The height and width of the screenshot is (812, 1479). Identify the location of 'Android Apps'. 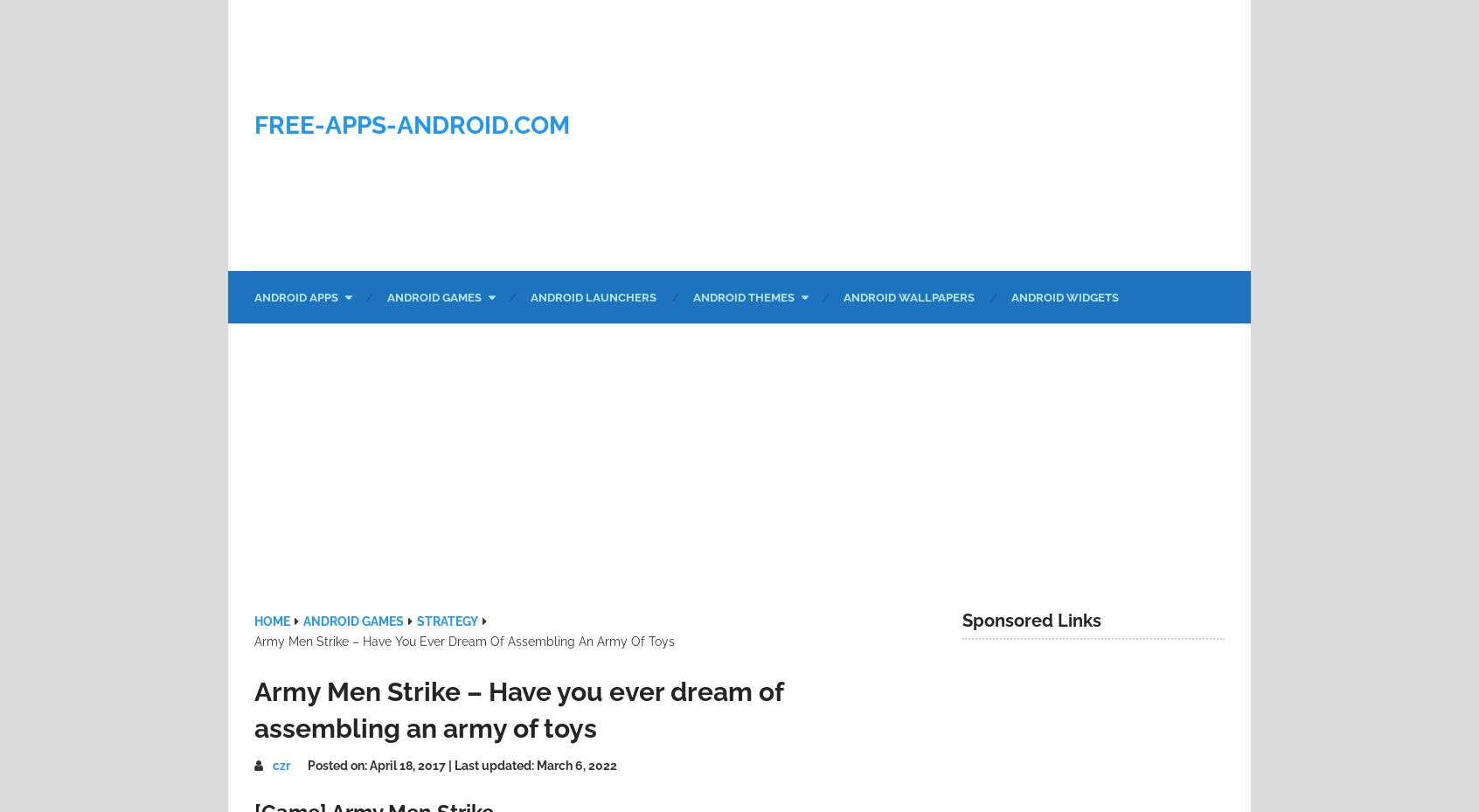
(295, 296).